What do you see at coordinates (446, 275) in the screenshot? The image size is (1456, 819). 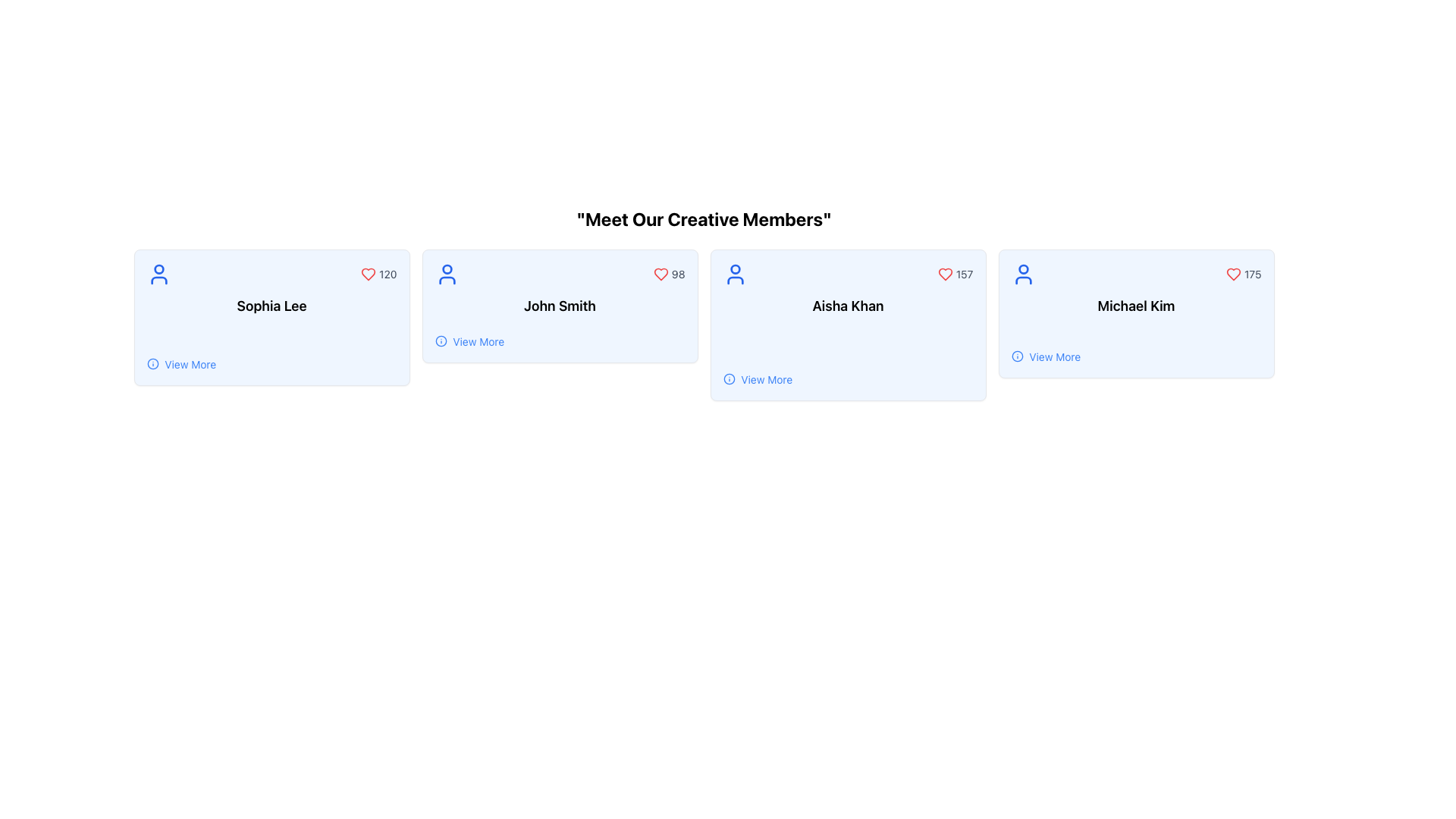 I see `the user icon representing 'John Smith', which is a blue outline of a person located in the top-left corner of his card` at bounding box center [446, 275].